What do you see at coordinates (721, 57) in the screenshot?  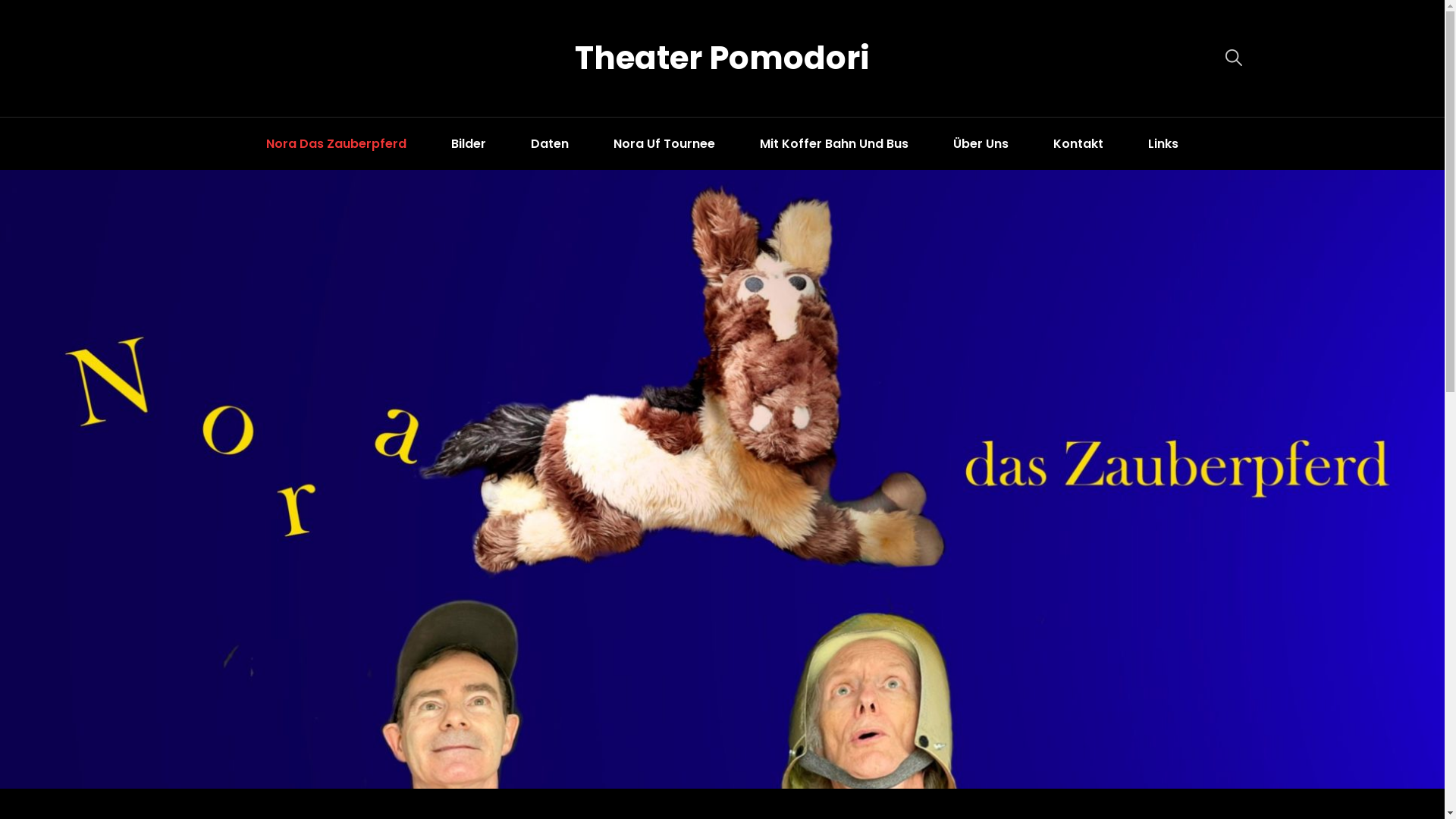 I see `'Theater Pomodori'` at bounding box center [721, 57].